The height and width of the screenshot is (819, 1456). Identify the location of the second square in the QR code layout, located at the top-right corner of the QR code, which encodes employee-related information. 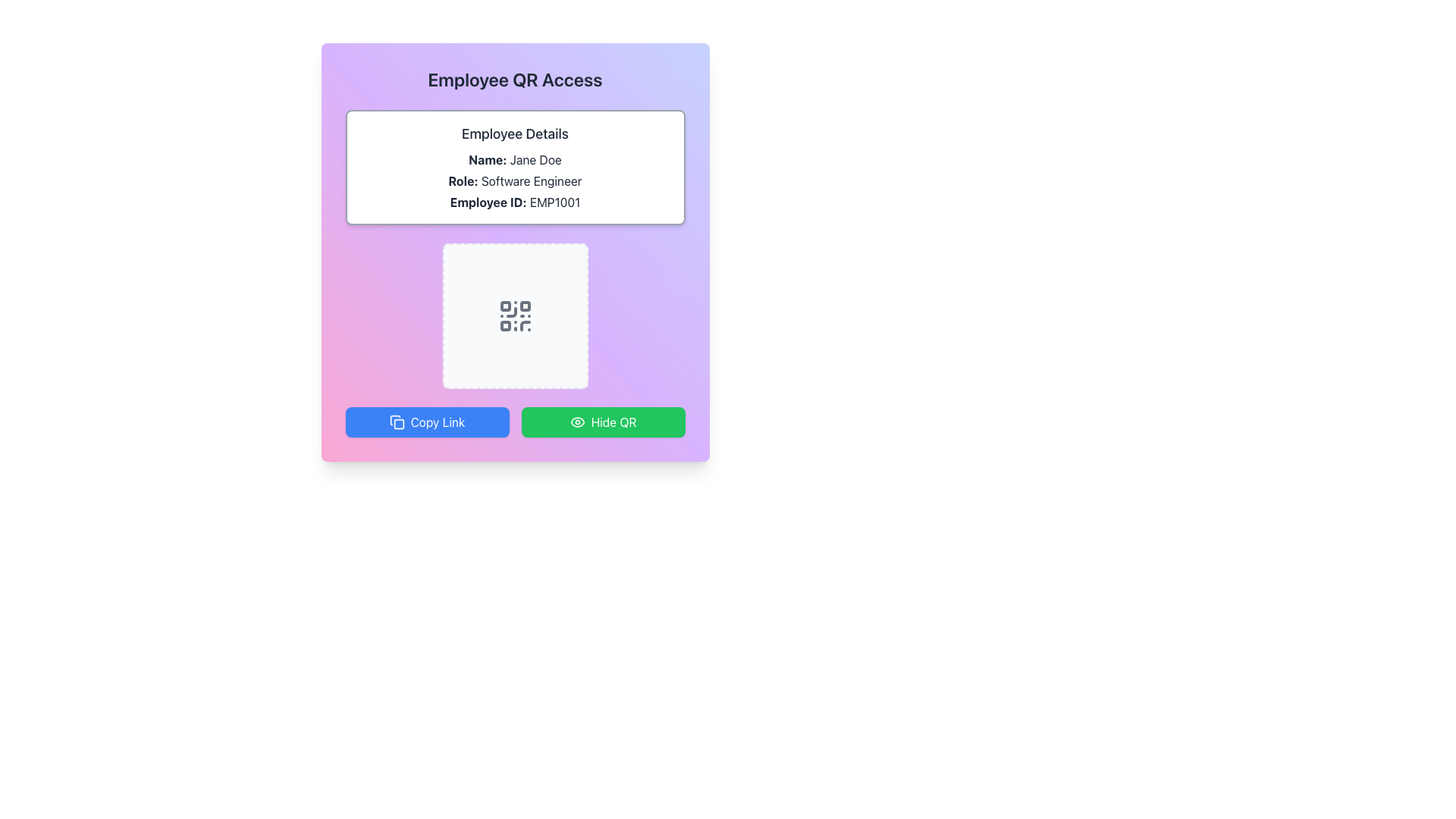
(525, 306).